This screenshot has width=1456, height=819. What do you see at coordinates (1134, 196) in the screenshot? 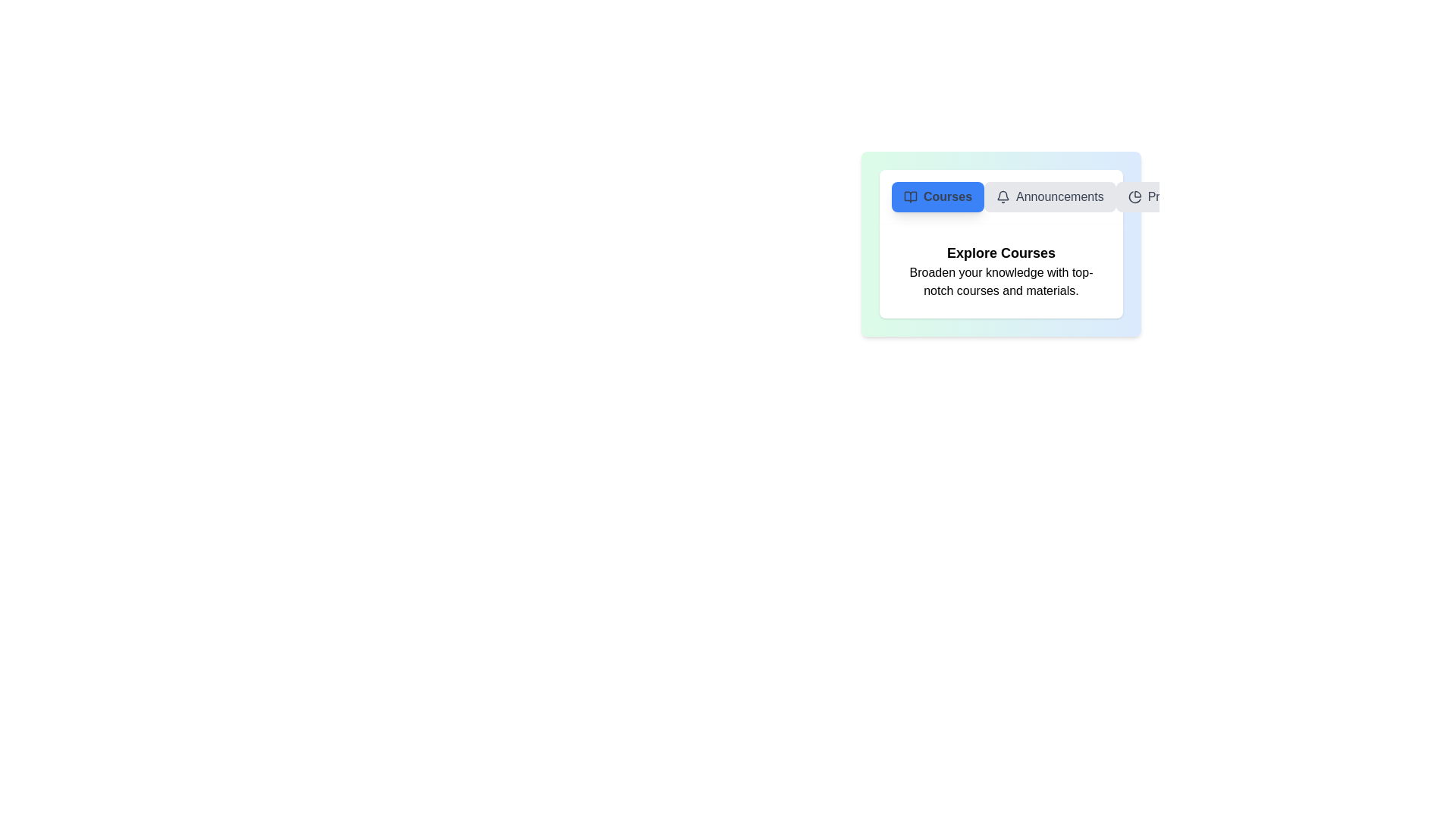
I see `the decorative icon representing 'Progress' located within the 'Progress' button, positioned to the left of the button's text` at bounding box center [1134, 196].